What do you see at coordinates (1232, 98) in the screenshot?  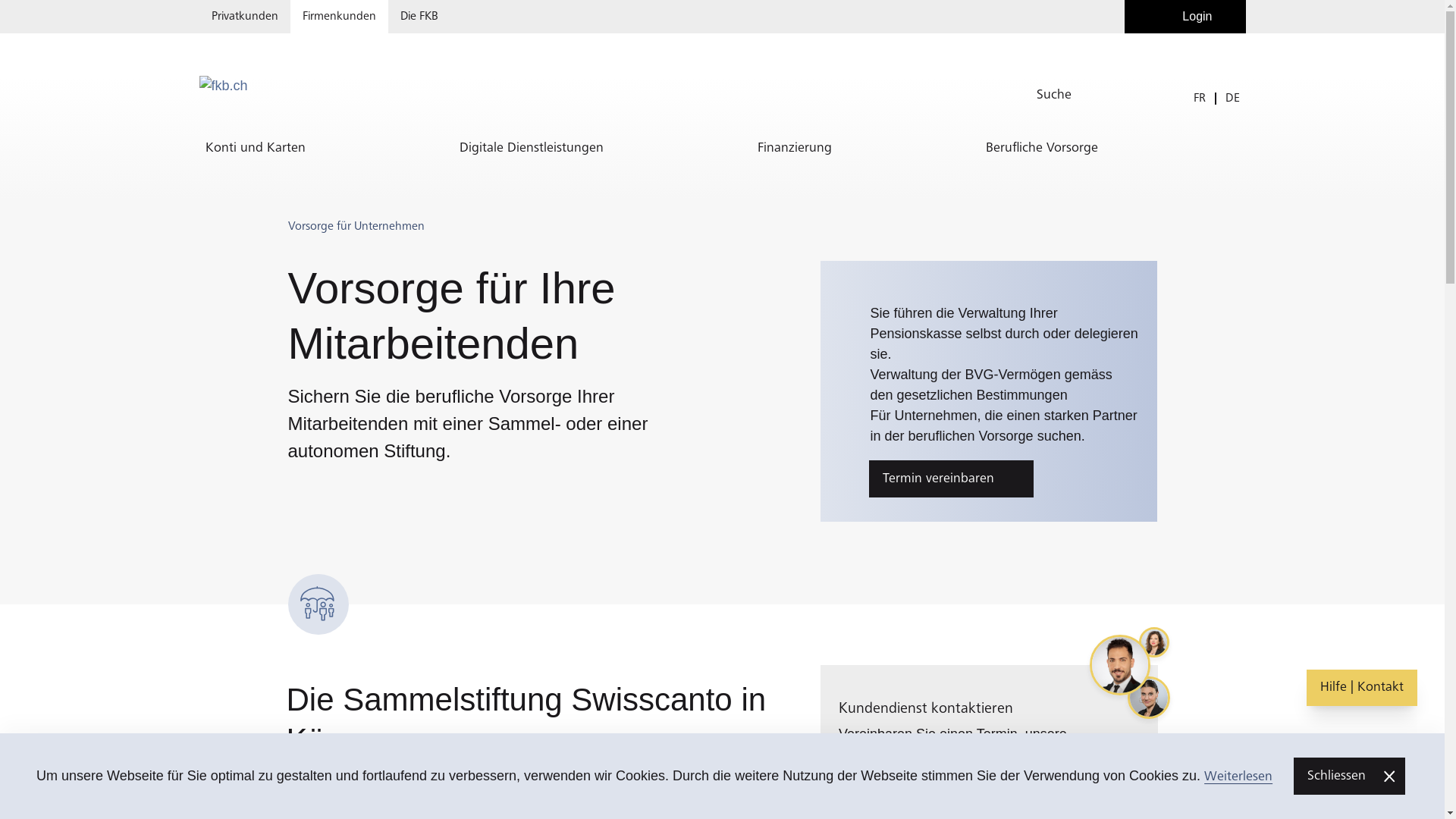 I see `'DE'` at bounding box center [1232, 98].